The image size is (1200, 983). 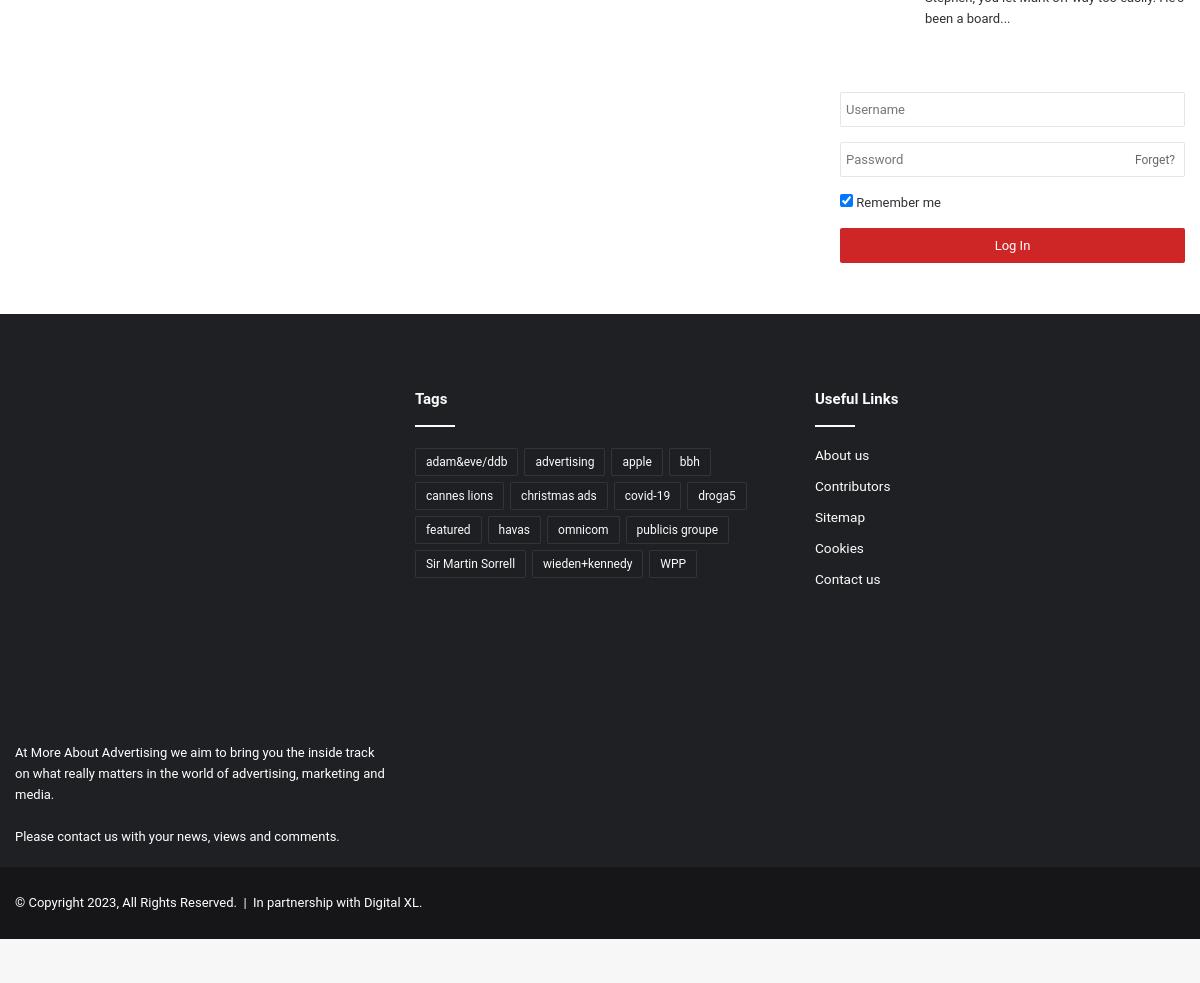 I want to click on '.', so click(x=420, y=901).